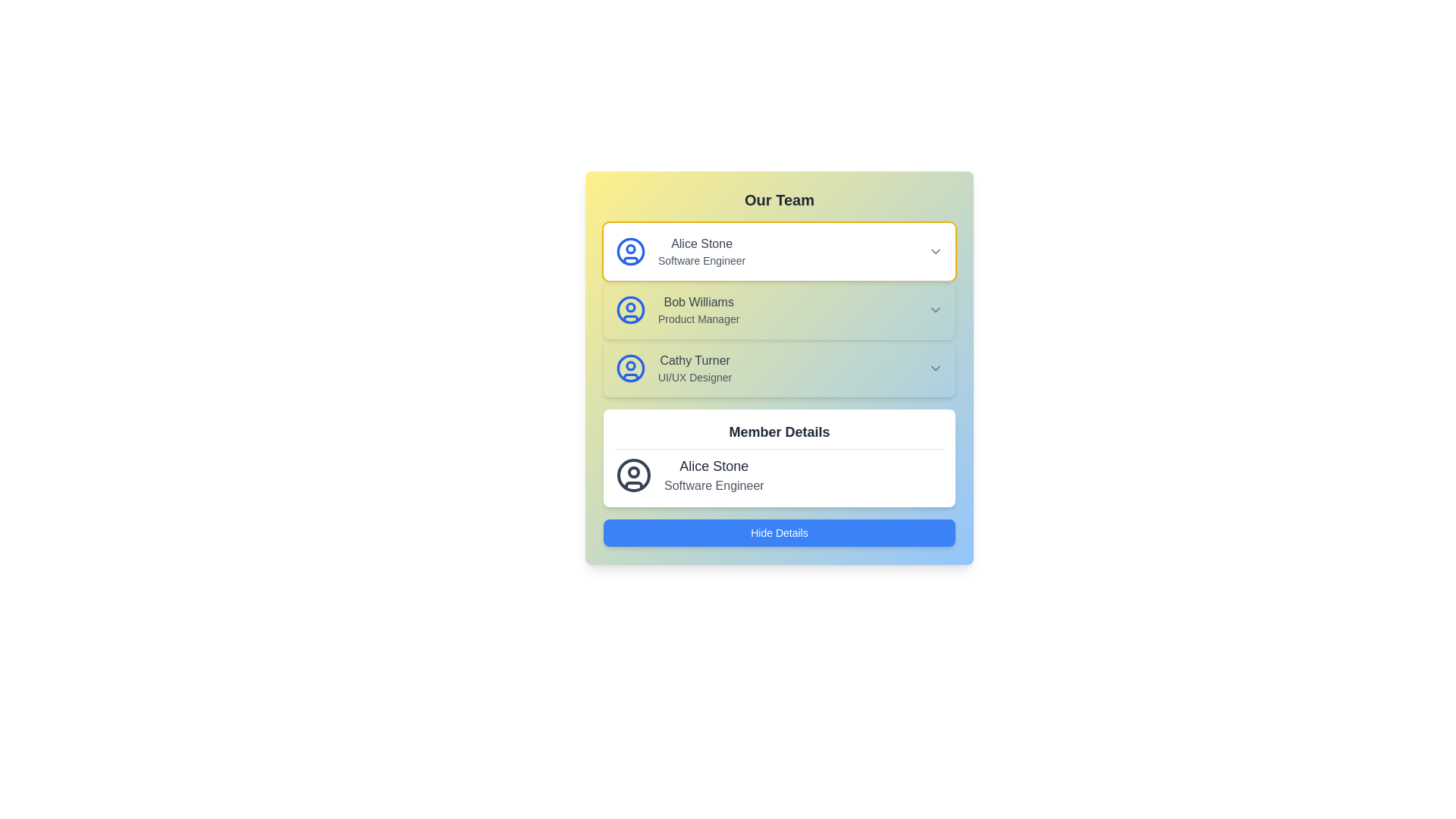 Image resolution: width=1456 pixels, height=819 pixels. I want to click on the small downwards-pointing chevron icon styled in light gray, which indicates a dropdown or expansion trigger, located on the right-hand side of the card containing the text 'Alice Stone - Software Engineer.', so click(934, 250).